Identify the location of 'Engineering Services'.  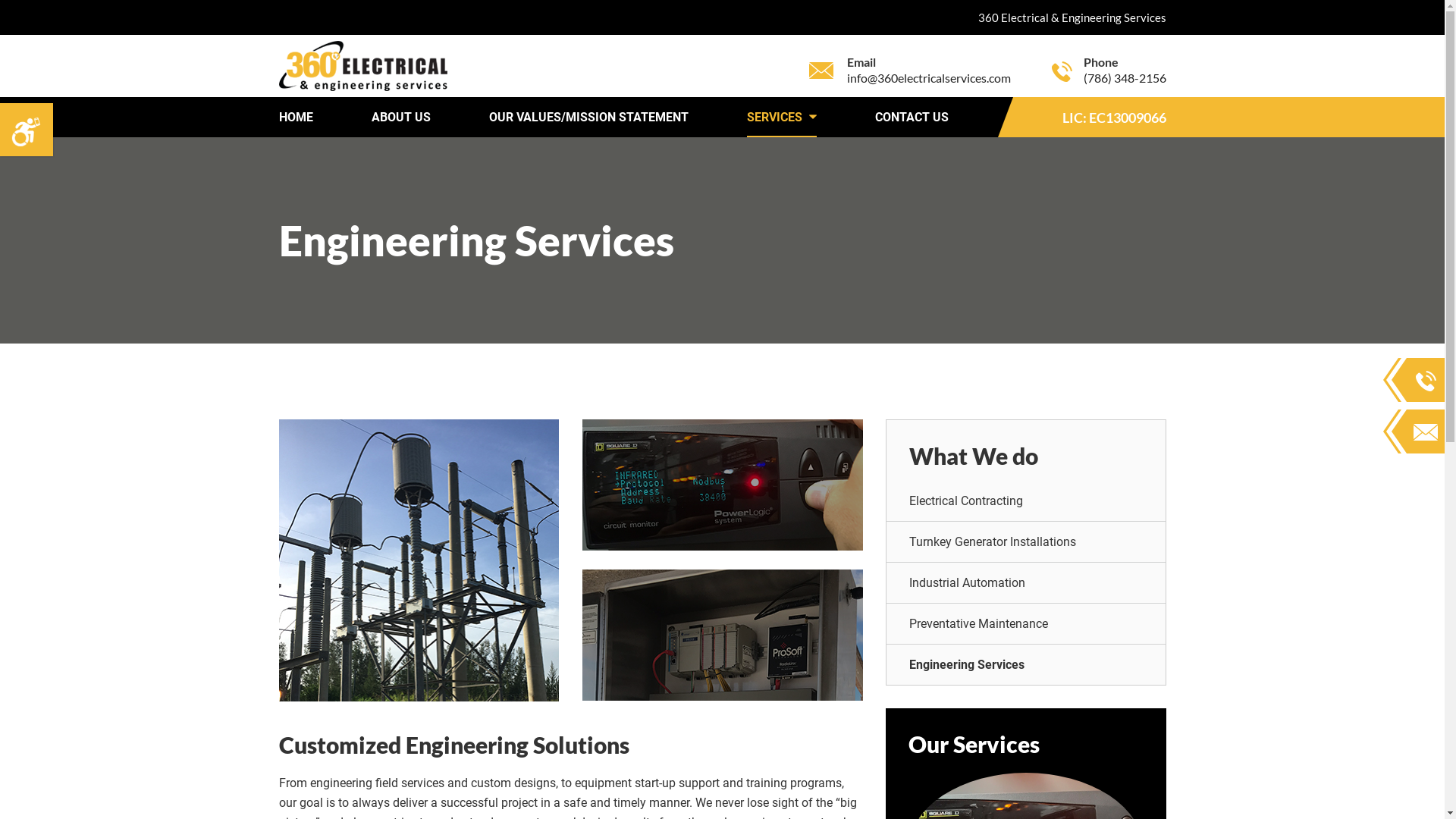
(1025, 664).